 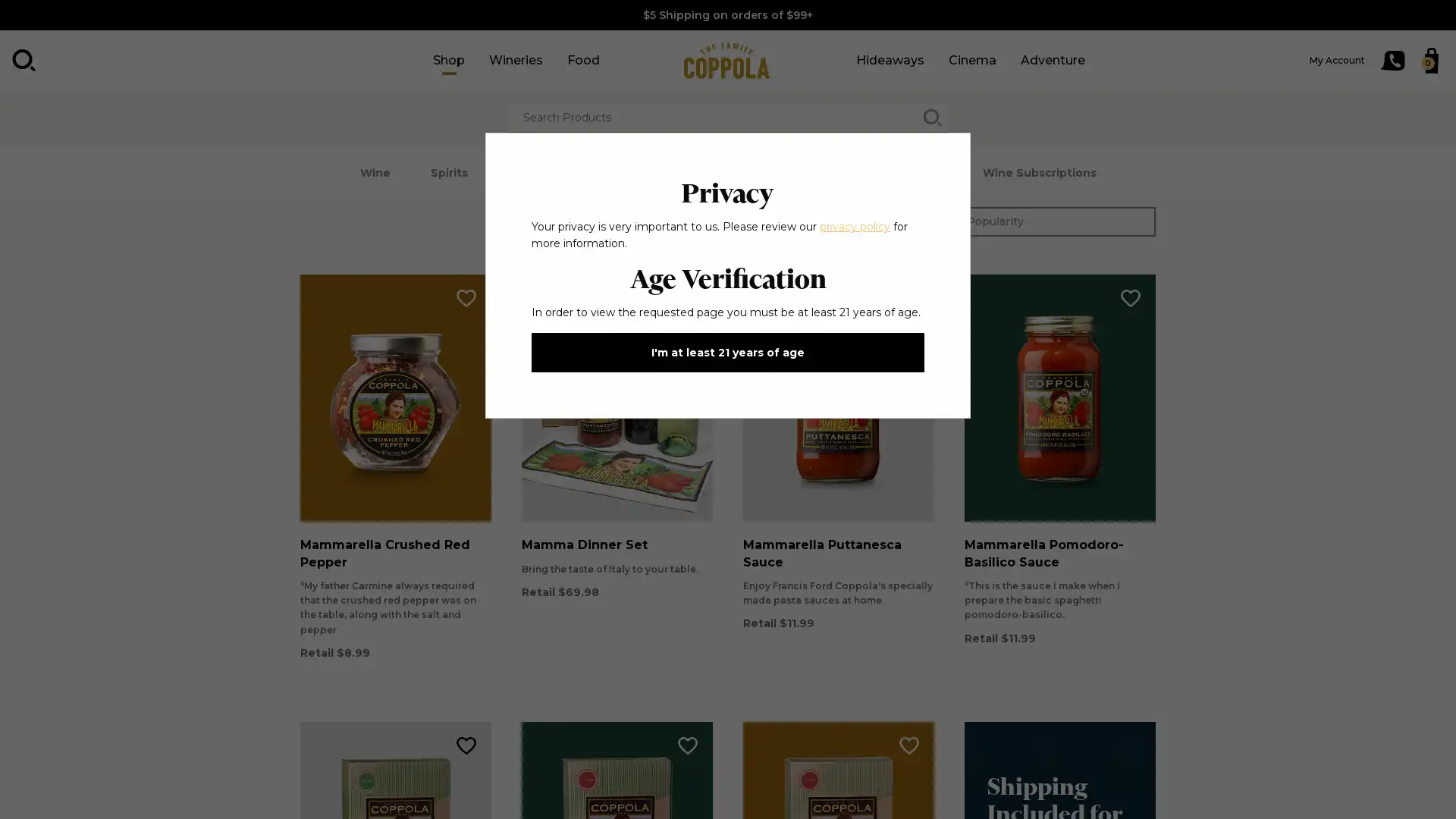 What do you see at coordinates (931, 117) in the screenshot?
I see `Search` at bounding box center [931, 117].